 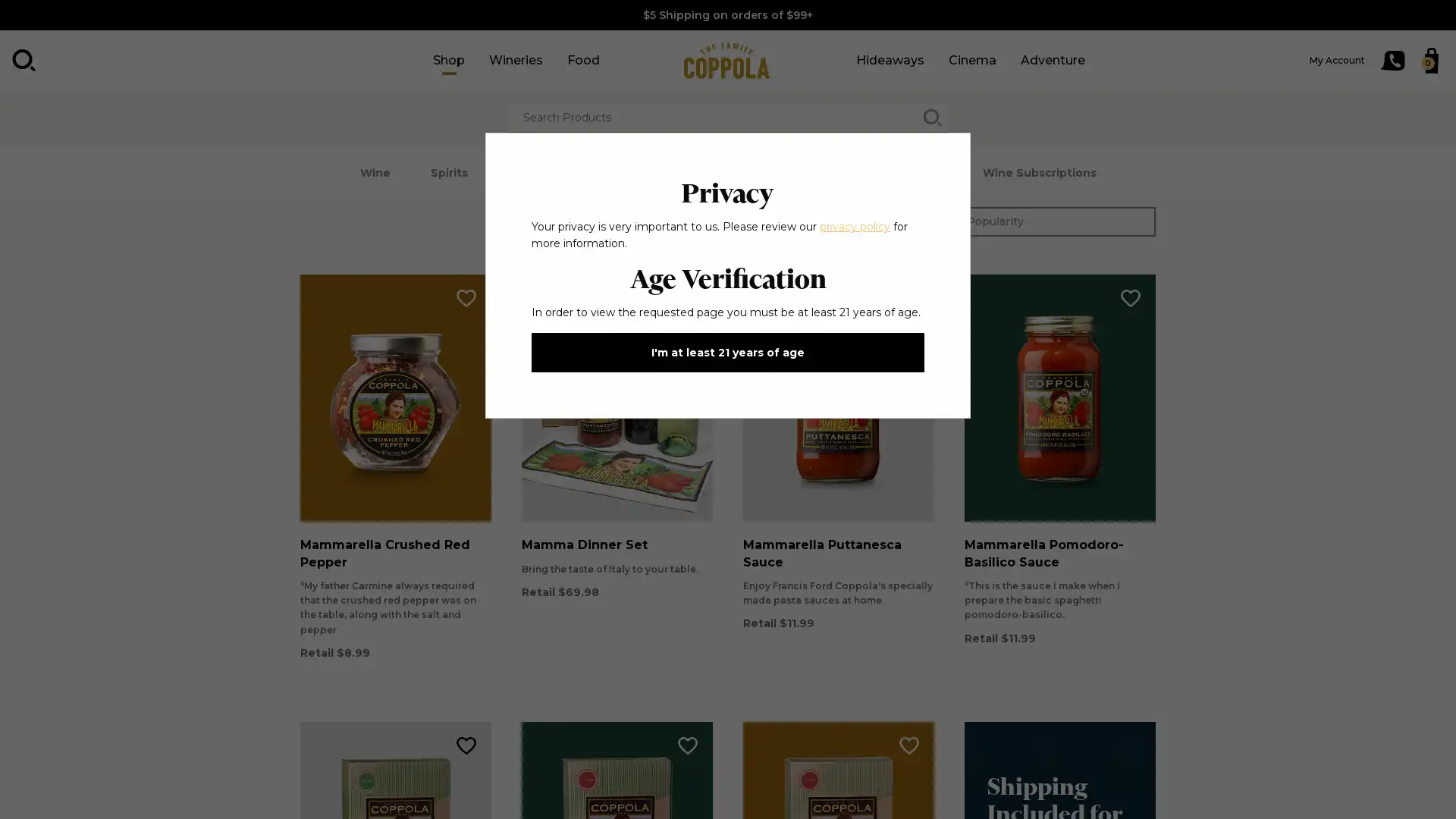 What do you see at coordinates (931, 117) in the screenshot?
I see `Search` at bounding box center [931, 117].